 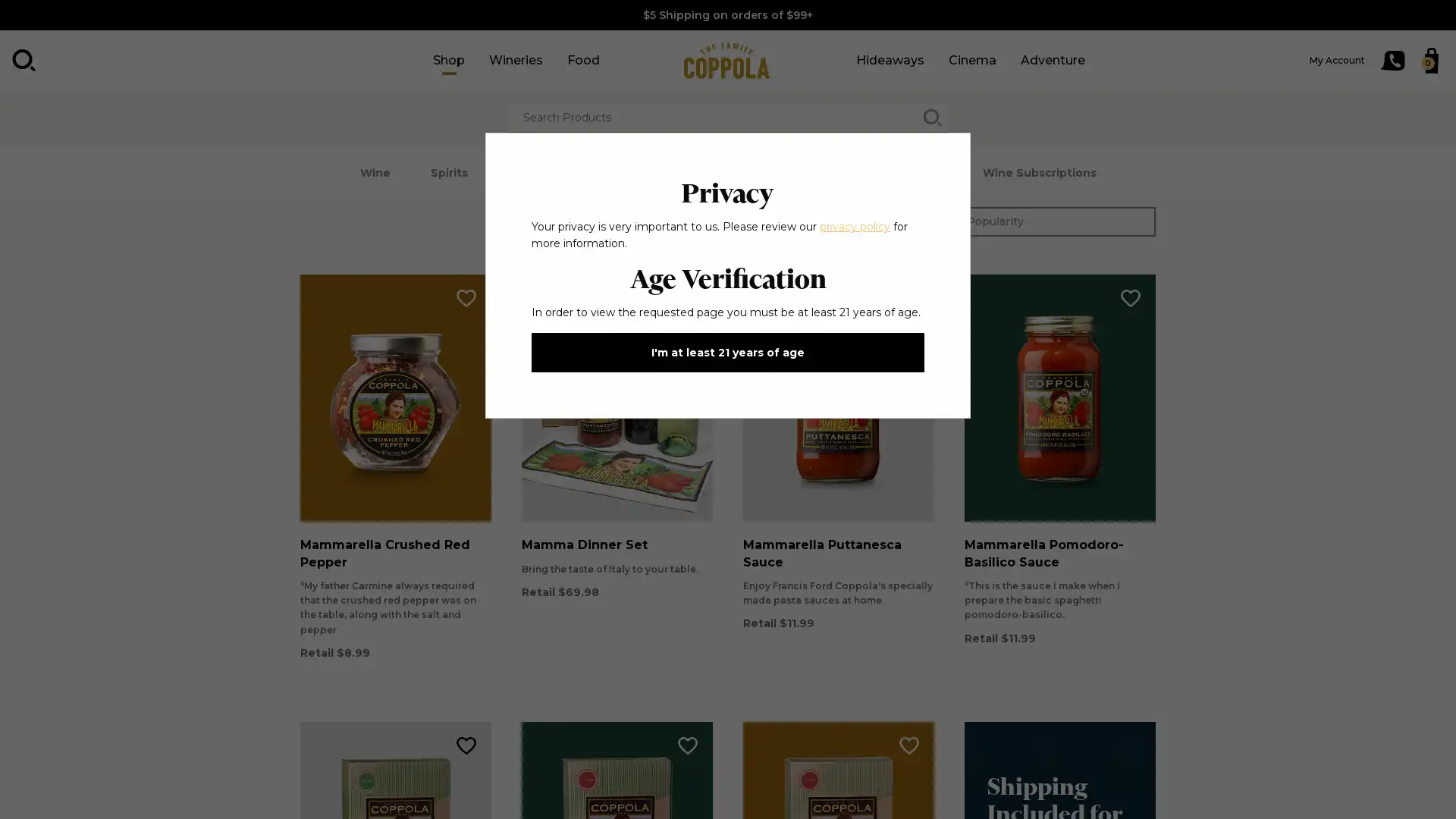 What do you see at coordinates (931, 117) in the screenshot?
I see `Search` at bounding box center [931, 117].